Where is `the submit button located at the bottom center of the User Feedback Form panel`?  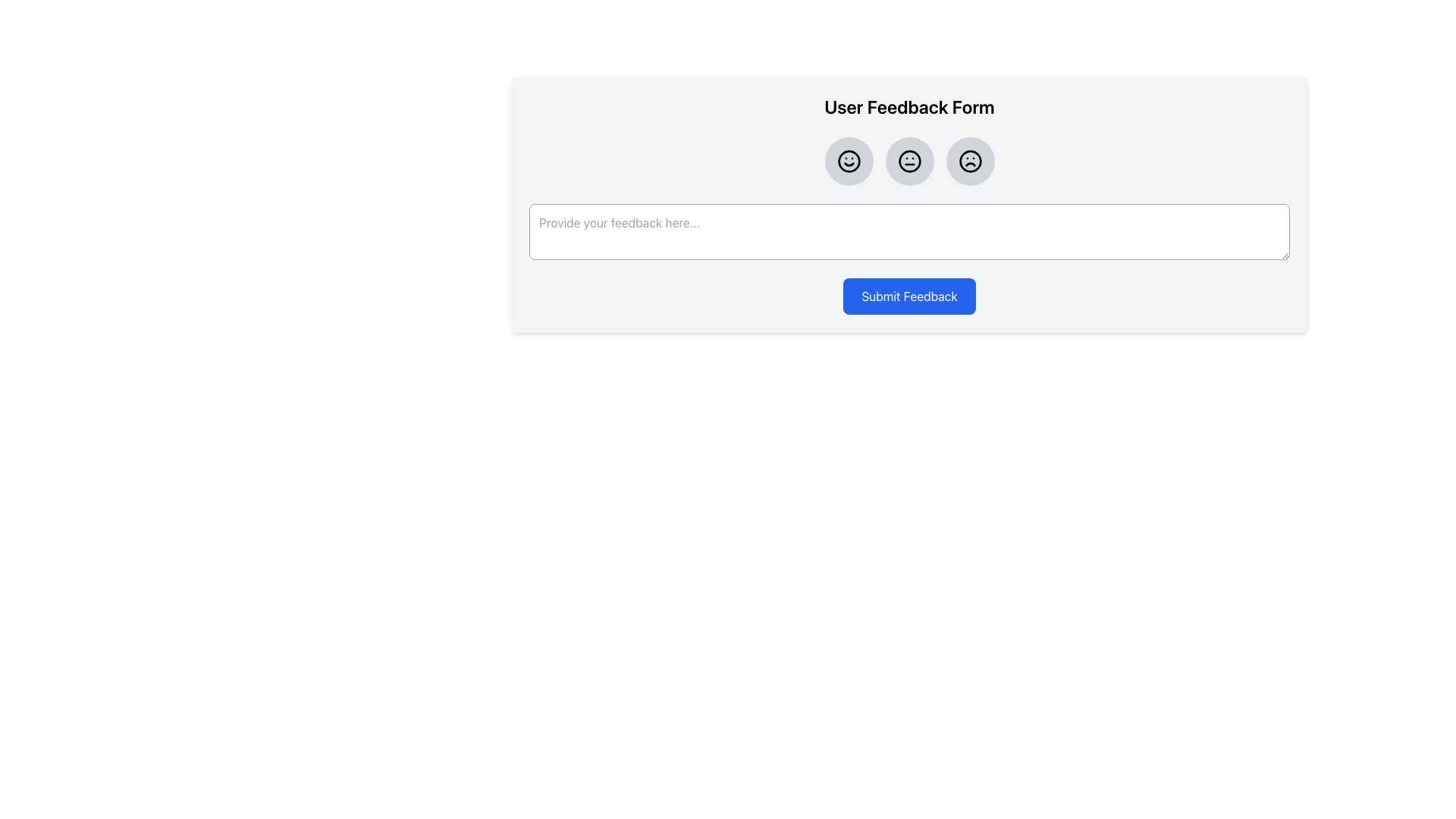
the submit button located at the bottom center of the User Feedback Form panel is located at coordinates (909, 296).